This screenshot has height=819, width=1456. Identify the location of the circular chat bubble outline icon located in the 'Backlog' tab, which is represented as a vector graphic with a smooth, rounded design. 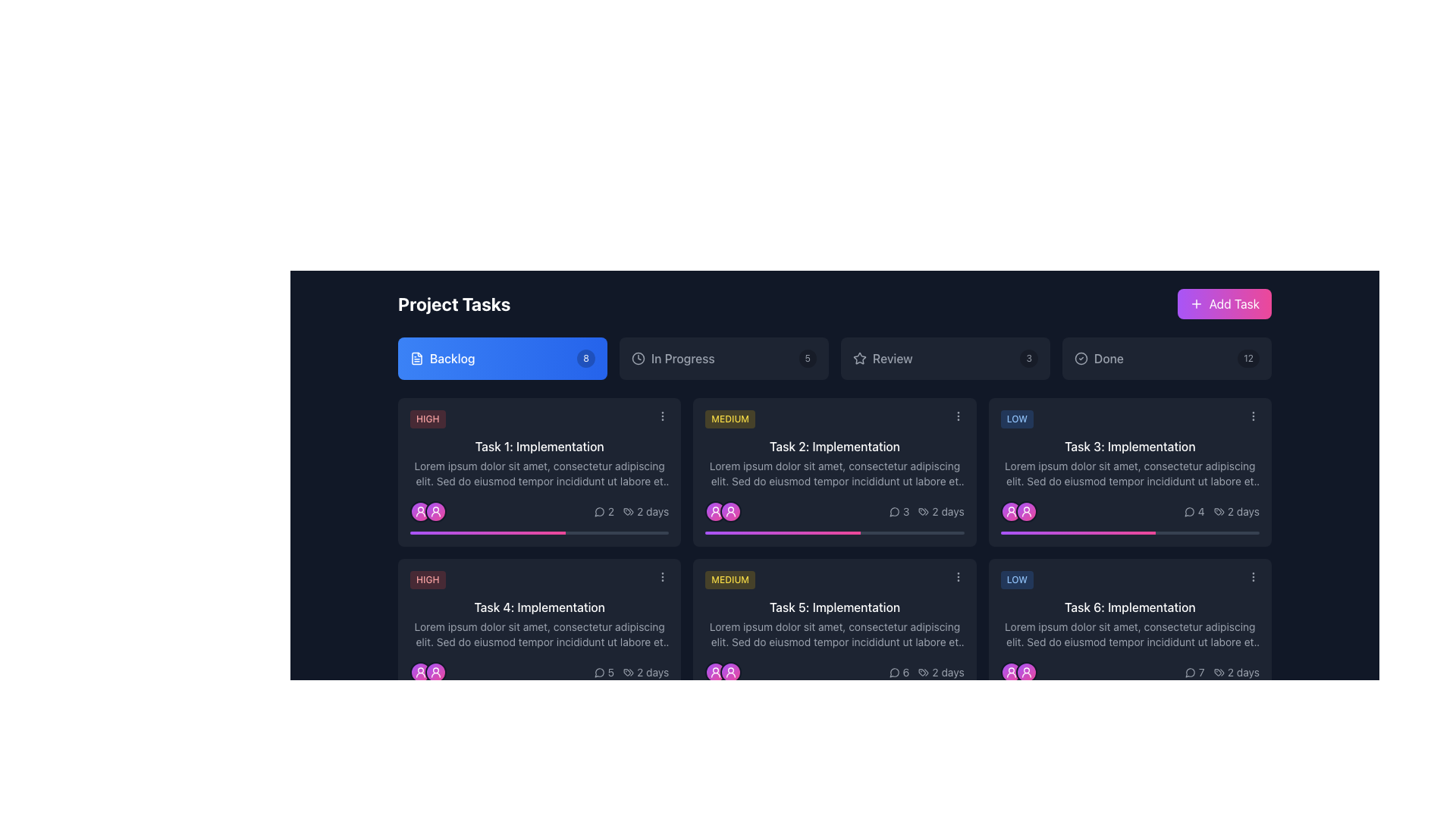
(598, 512).